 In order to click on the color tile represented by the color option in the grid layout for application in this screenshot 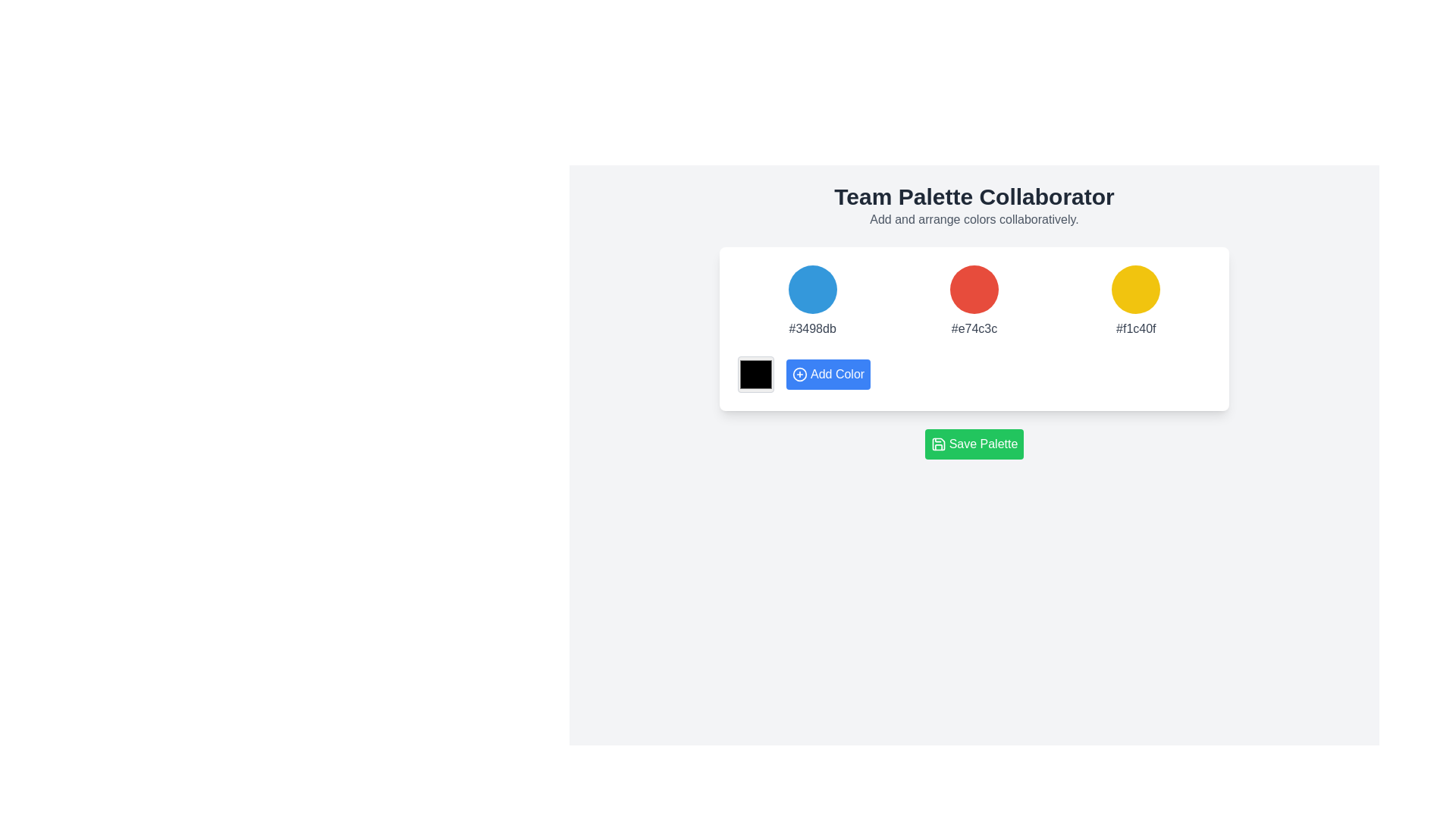, I will do `click(973, 301)`.